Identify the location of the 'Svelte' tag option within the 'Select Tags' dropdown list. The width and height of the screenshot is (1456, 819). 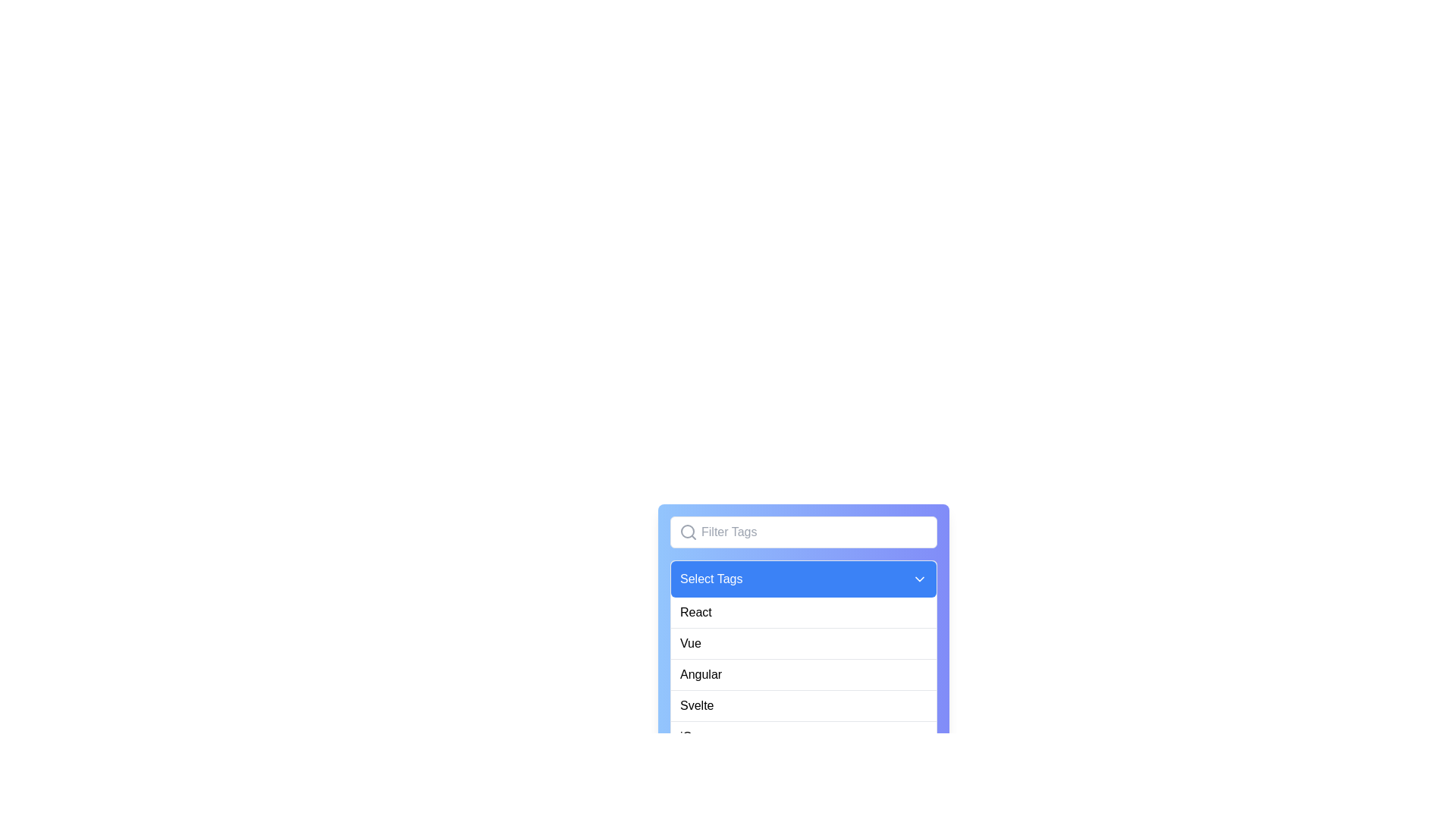
(696, 705).